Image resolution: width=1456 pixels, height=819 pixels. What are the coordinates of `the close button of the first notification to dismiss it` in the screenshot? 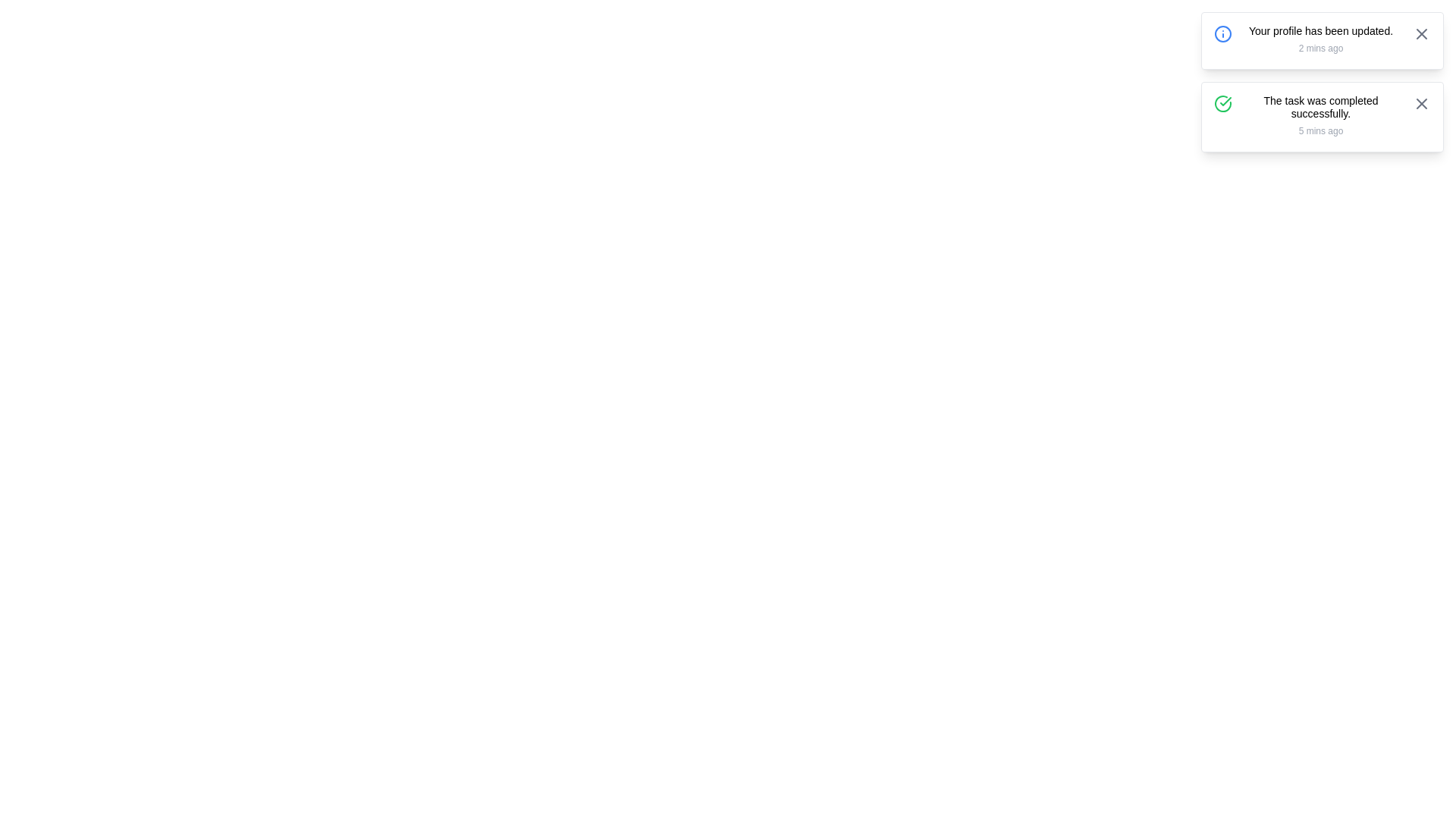 It's located at (1421, 34).